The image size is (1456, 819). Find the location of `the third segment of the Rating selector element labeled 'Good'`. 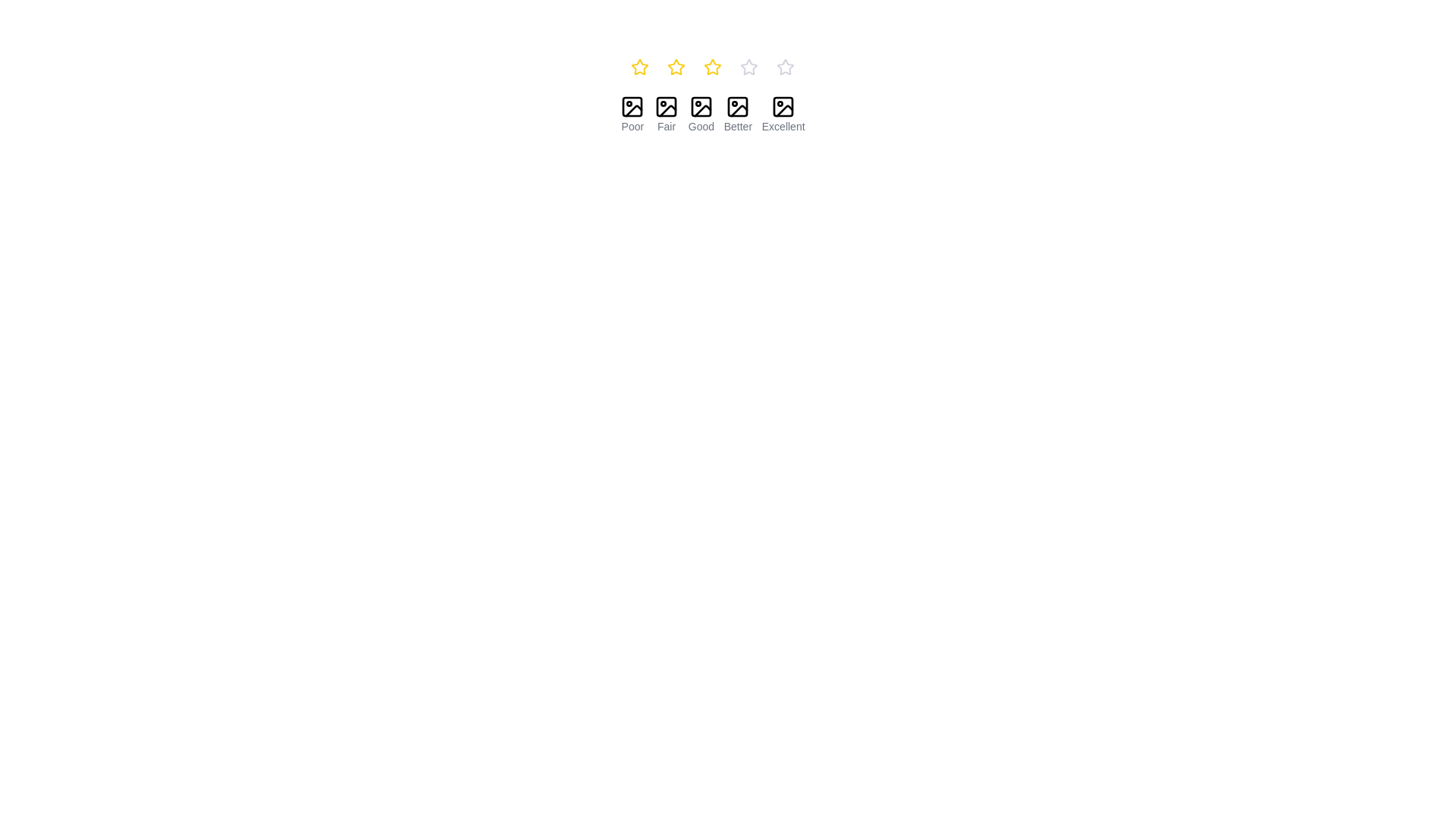

the third segment of the Rating selector element labeled 'Good' is located at coordinates (712, 113).